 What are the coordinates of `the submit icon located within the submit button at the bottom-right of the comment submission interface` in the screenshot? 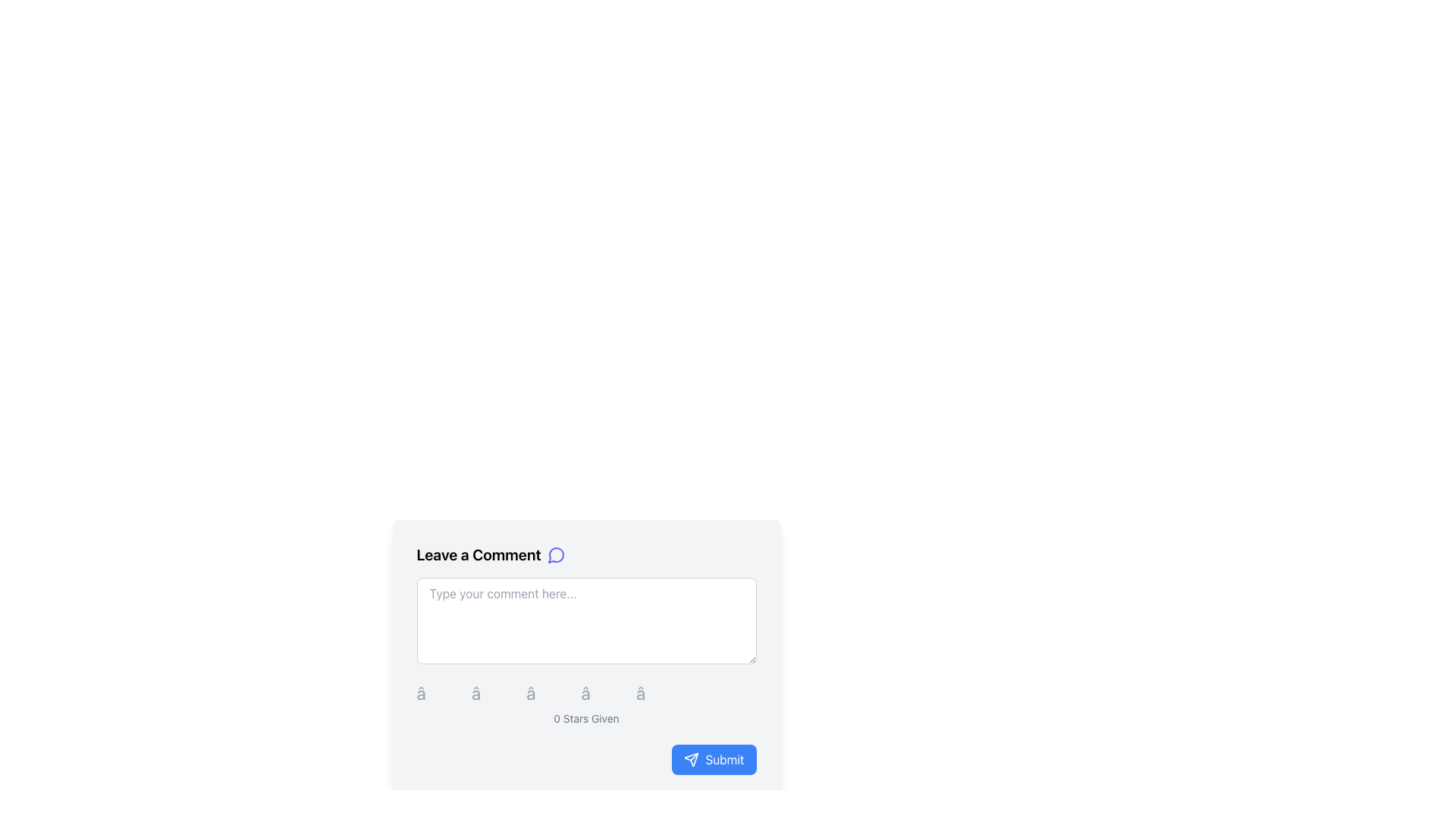 It's located at (691, 760).